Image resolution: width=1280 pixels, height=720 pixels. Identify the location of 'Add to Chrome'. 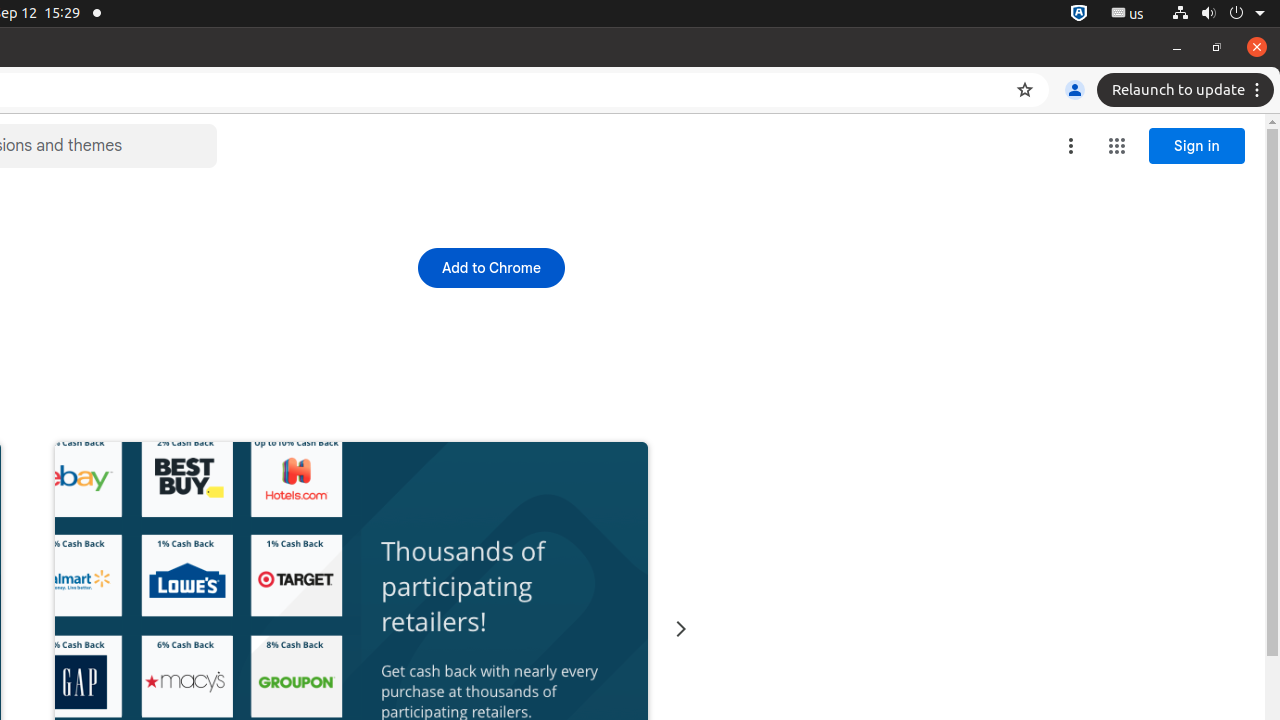
(491, 266).